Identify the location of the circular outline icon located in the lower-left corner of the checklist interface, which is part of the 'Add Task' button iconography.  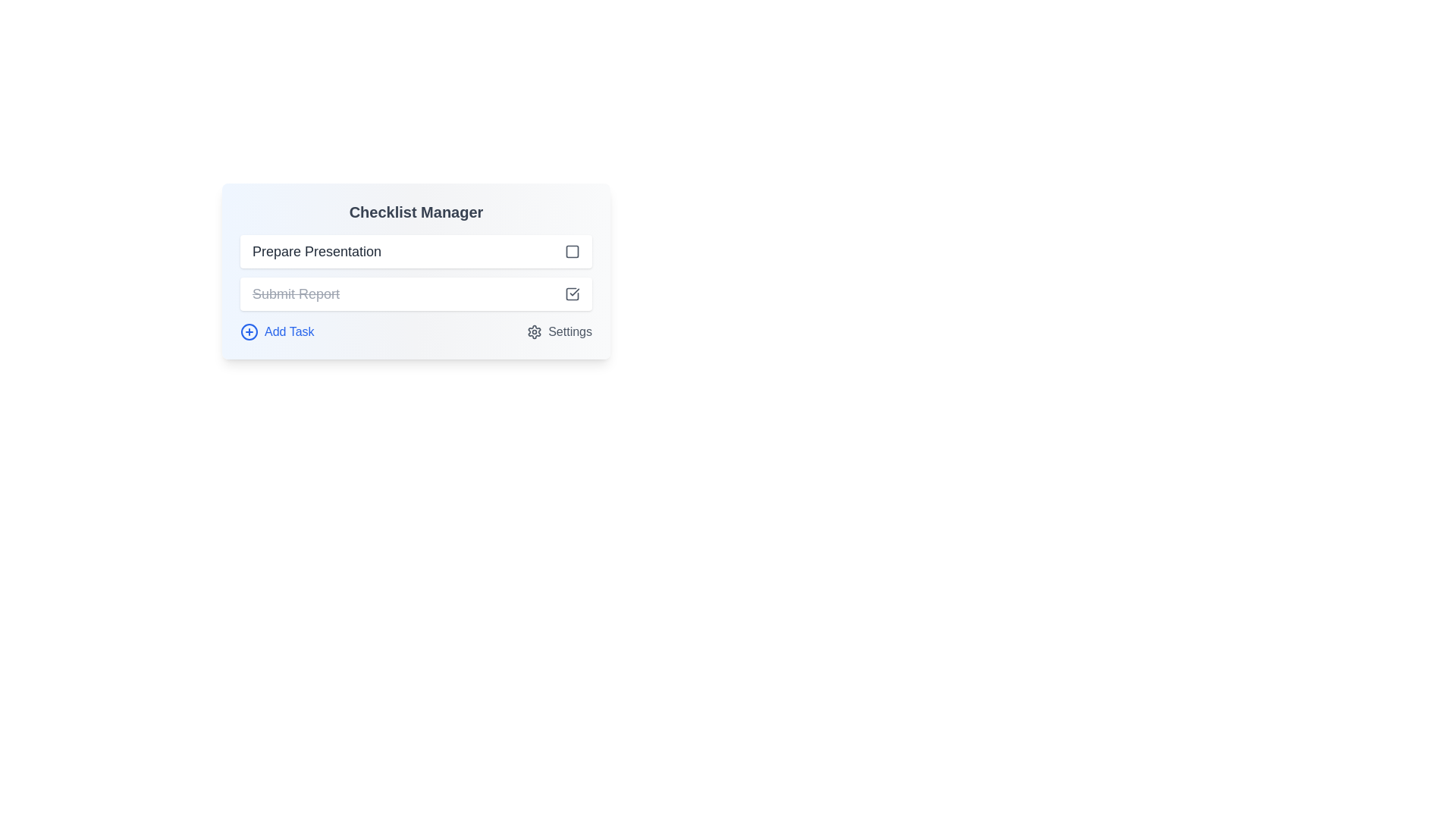
(249, 331).